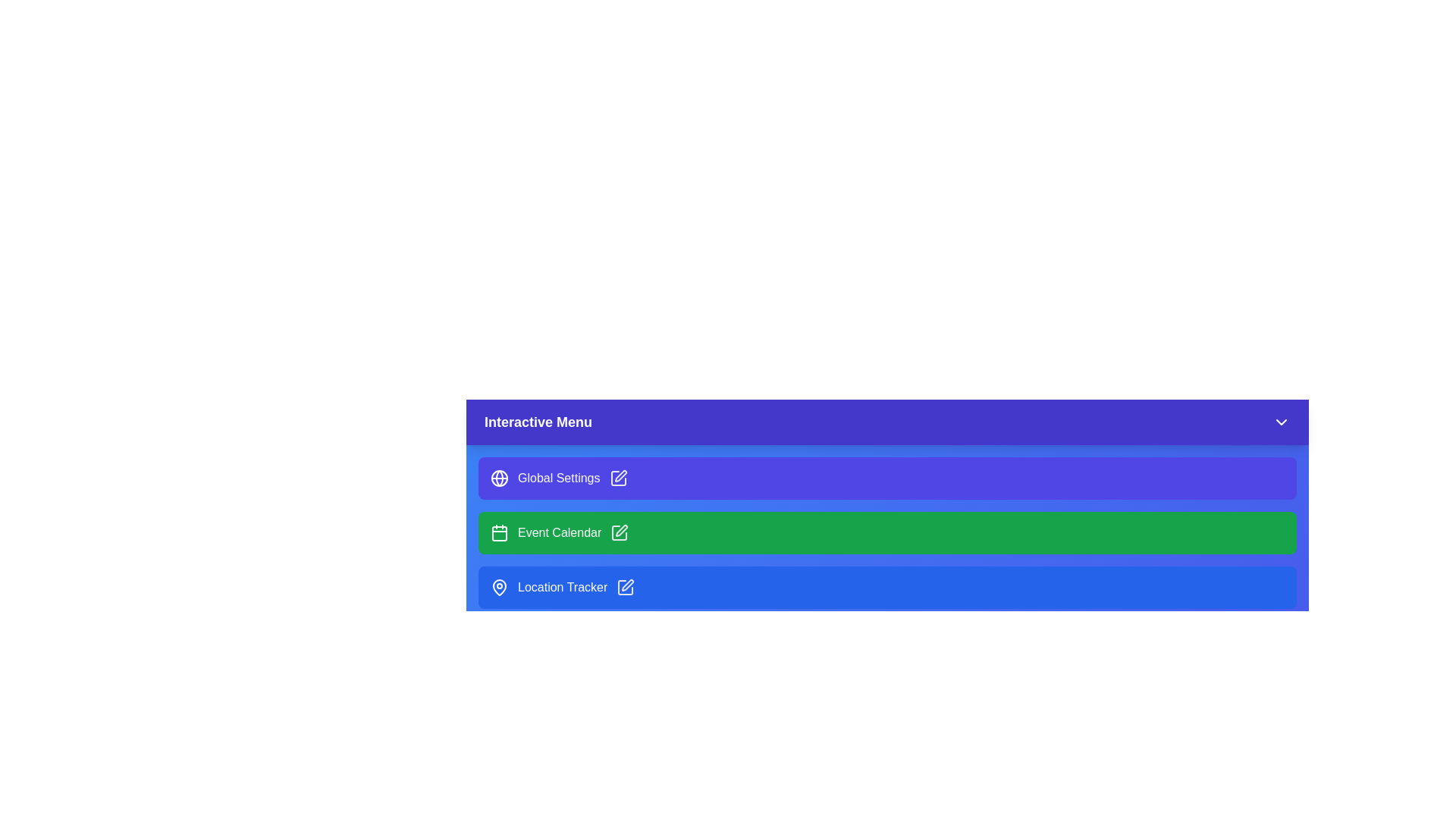 This screenshot has width=1456, height=819. I want to click on the menu item Global Settings from the interactive menu, so click(887, 479).